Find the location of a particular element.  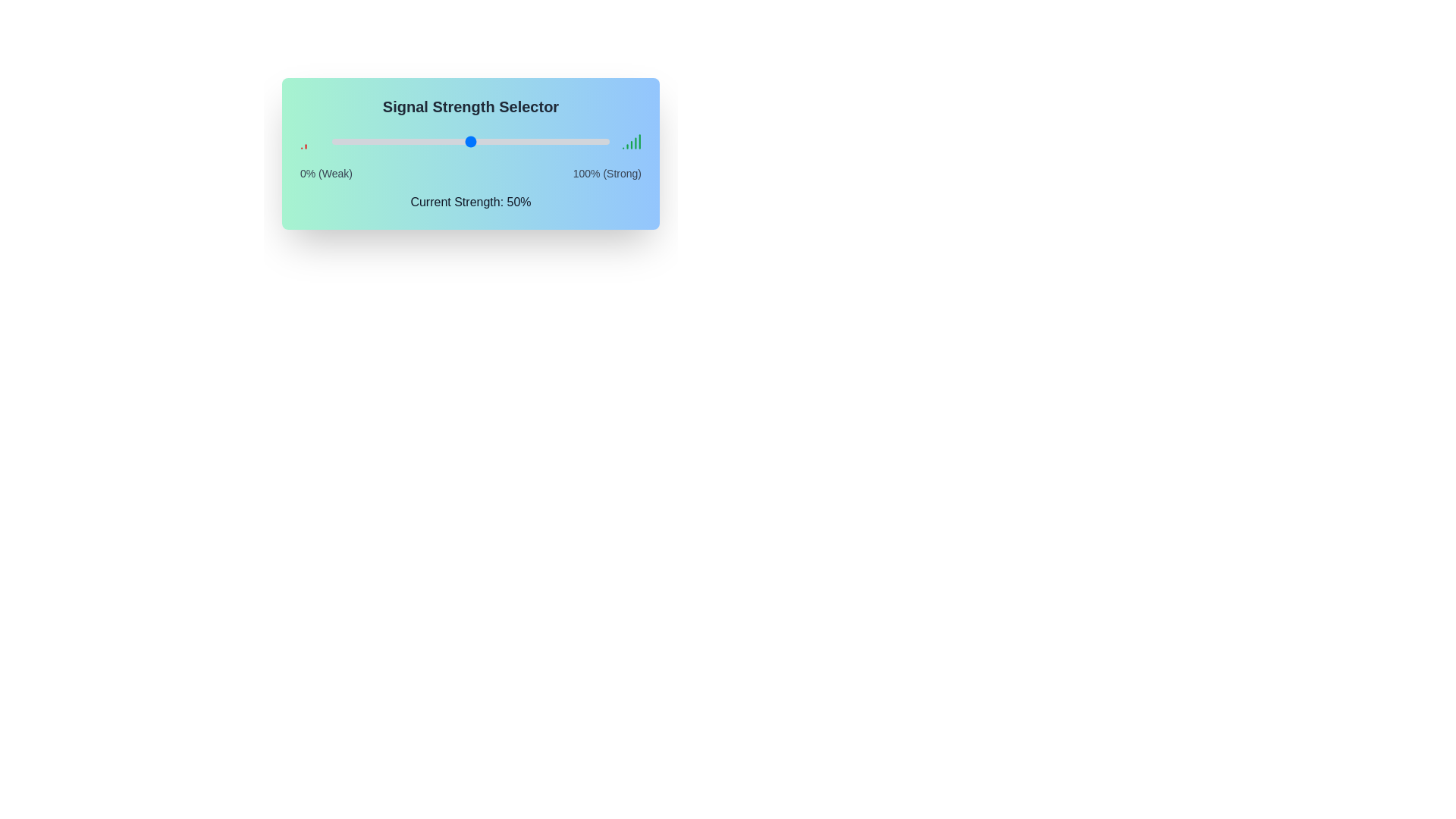

the signal strength slider to 24% to observe the visual signal strength indicators is located at coordinates (398, 141).